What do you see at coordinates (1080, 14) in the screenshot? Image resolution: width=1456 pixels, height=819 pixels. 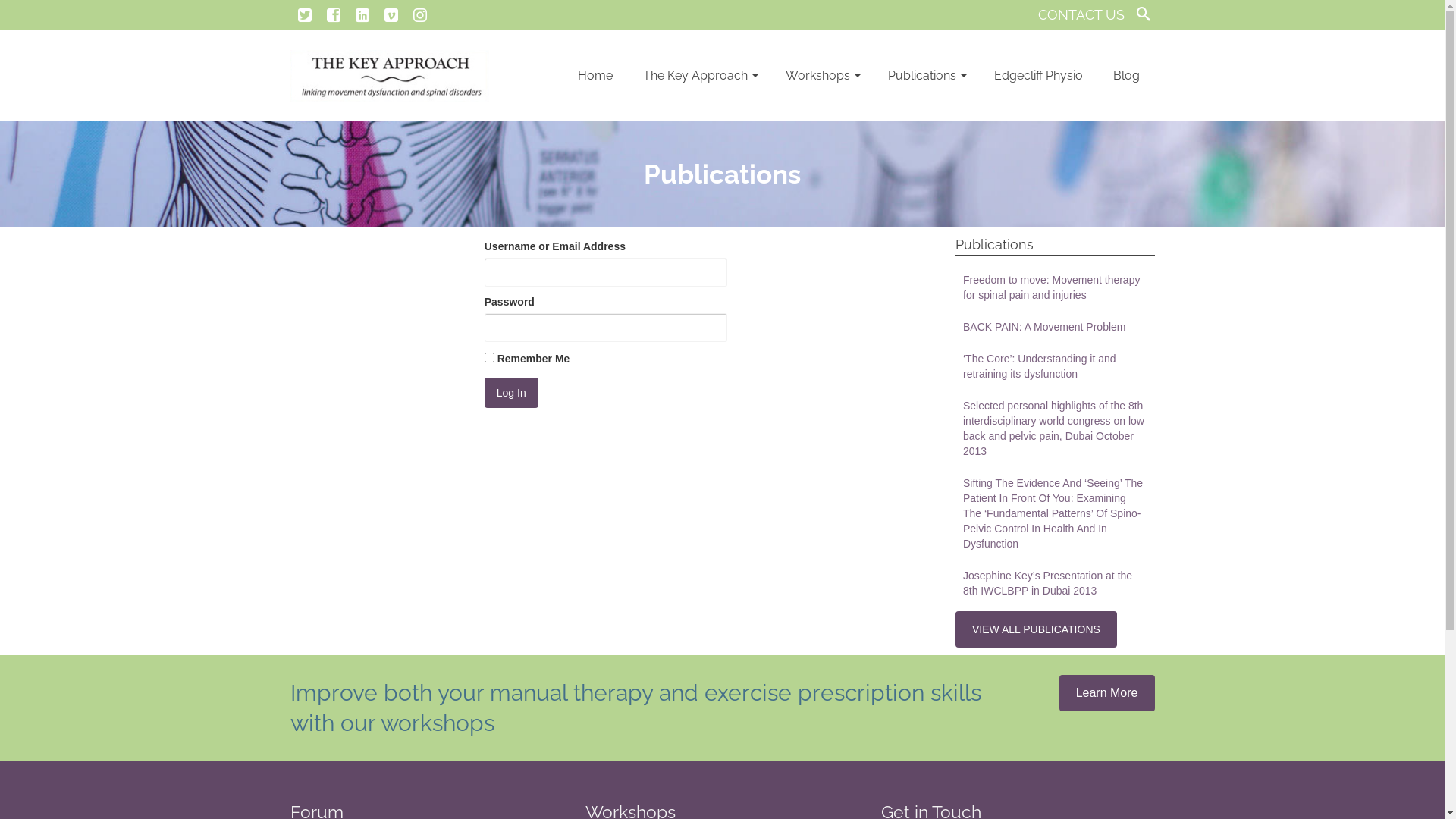 I see `'CONTACT US'` at bounding box center [1080, 14].